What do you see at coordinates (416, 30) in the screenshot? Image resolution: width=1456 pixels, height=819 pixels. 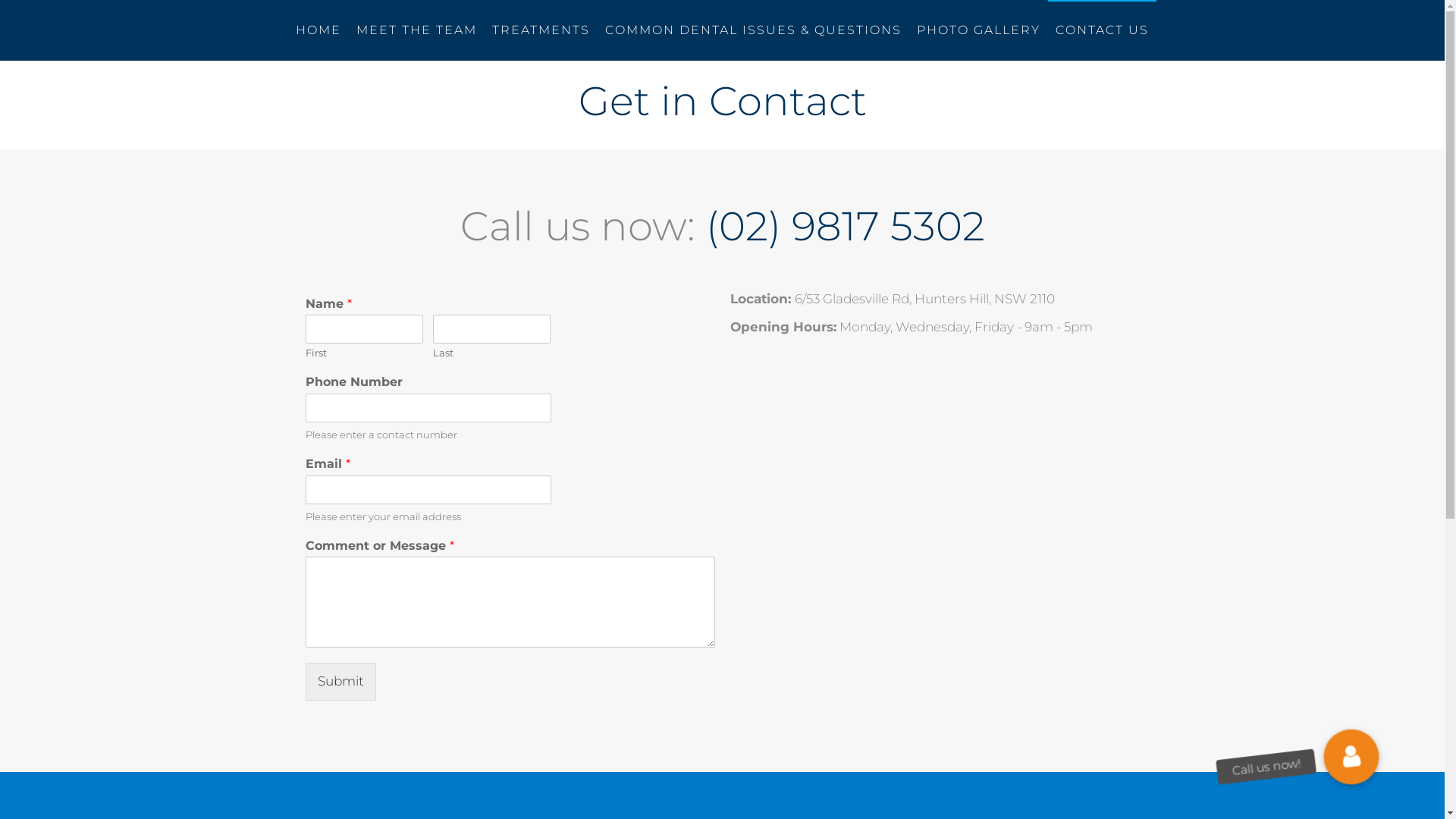 I see `'MEET THE TEAM'` at bounding box center [416, 30].